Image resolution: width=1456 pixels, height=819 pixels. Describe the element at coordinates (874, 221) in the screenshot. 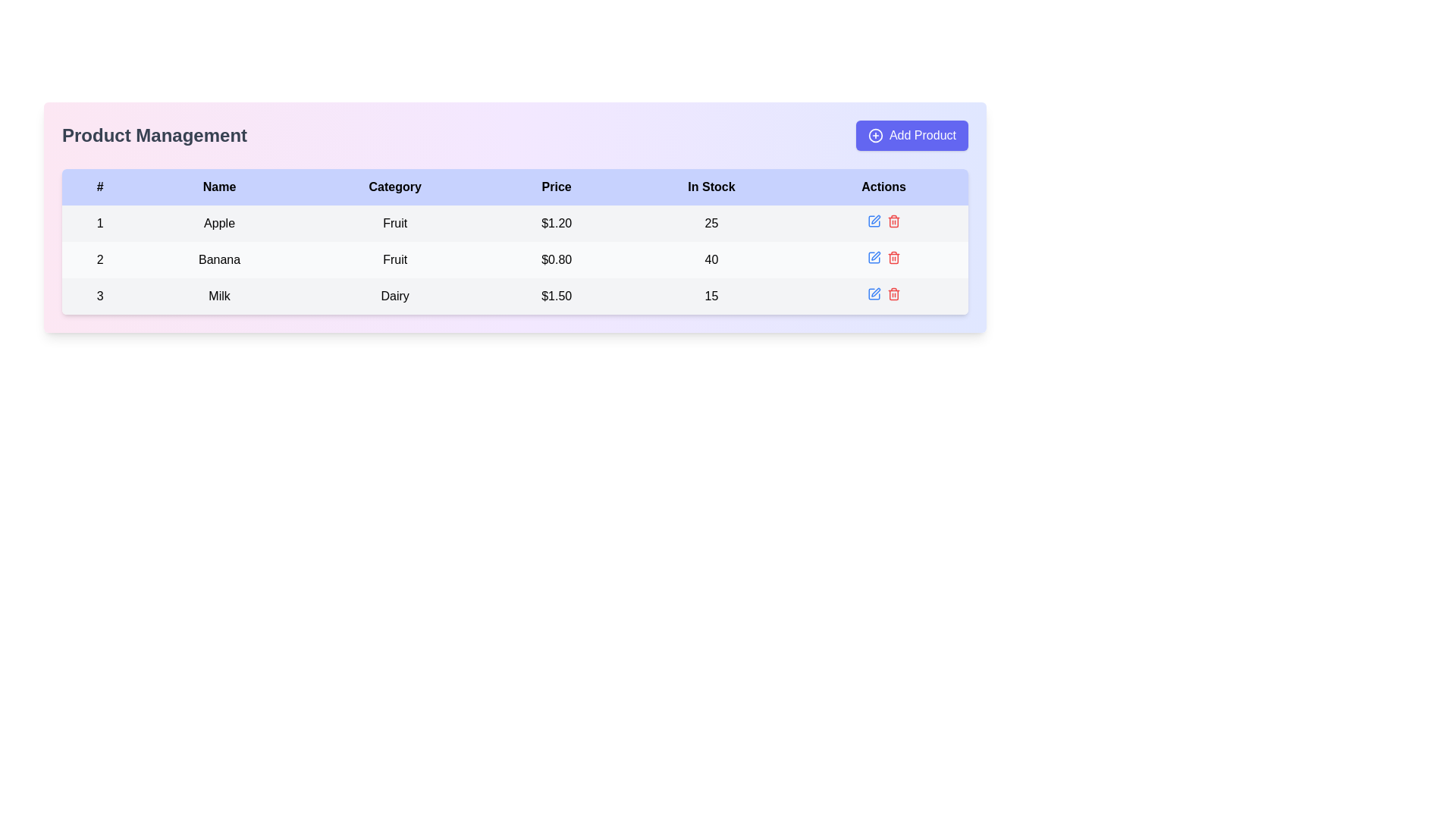

I see `the edit icon button resembling a pen in the 'Actions' column of the second row for the 'Banana' entry` at that location.